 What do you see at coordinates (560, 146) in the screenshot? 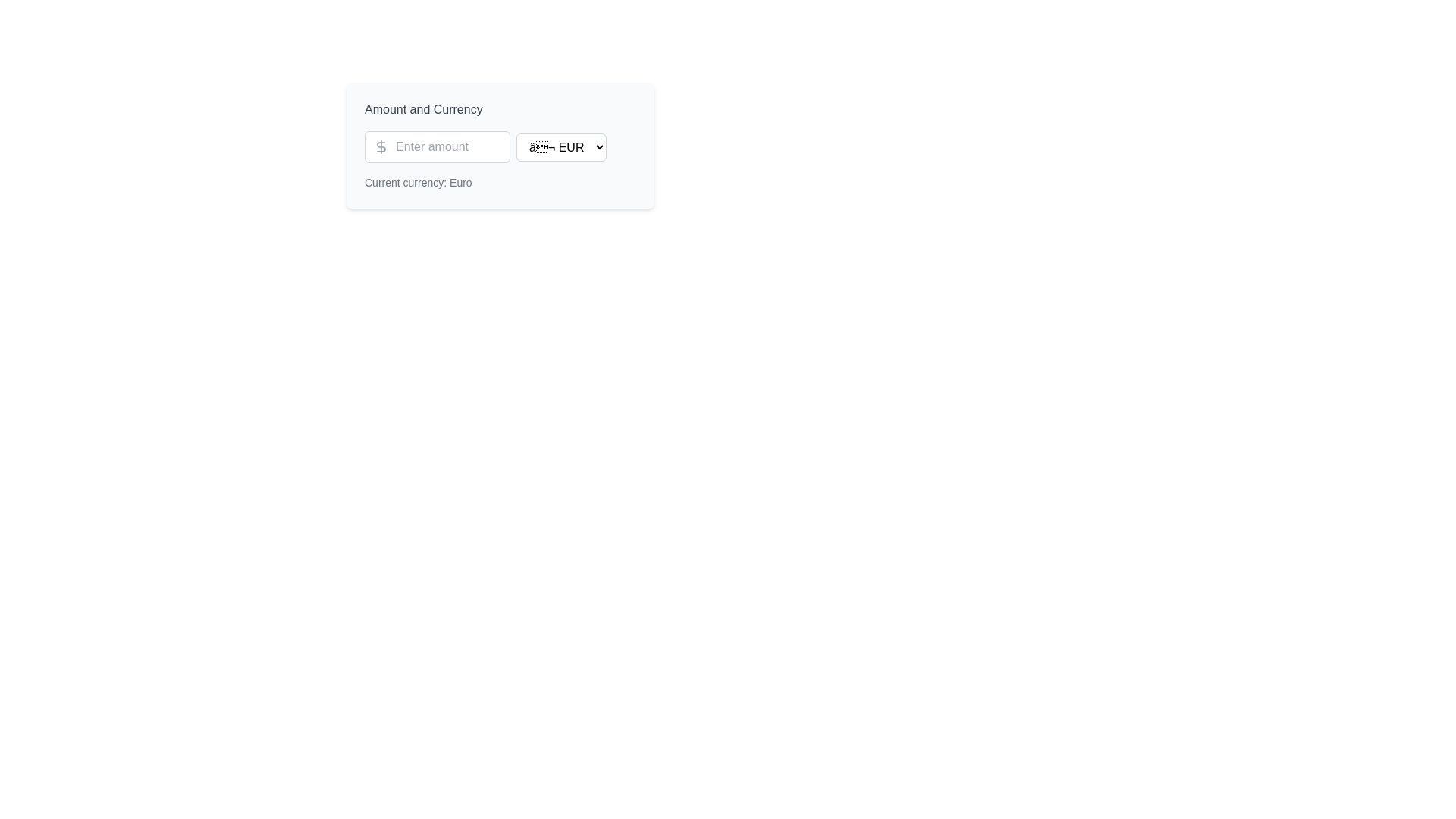
I see `the dropdown menu located to the right of the 'Enter amount' input field` at bounding box center [560, 146].